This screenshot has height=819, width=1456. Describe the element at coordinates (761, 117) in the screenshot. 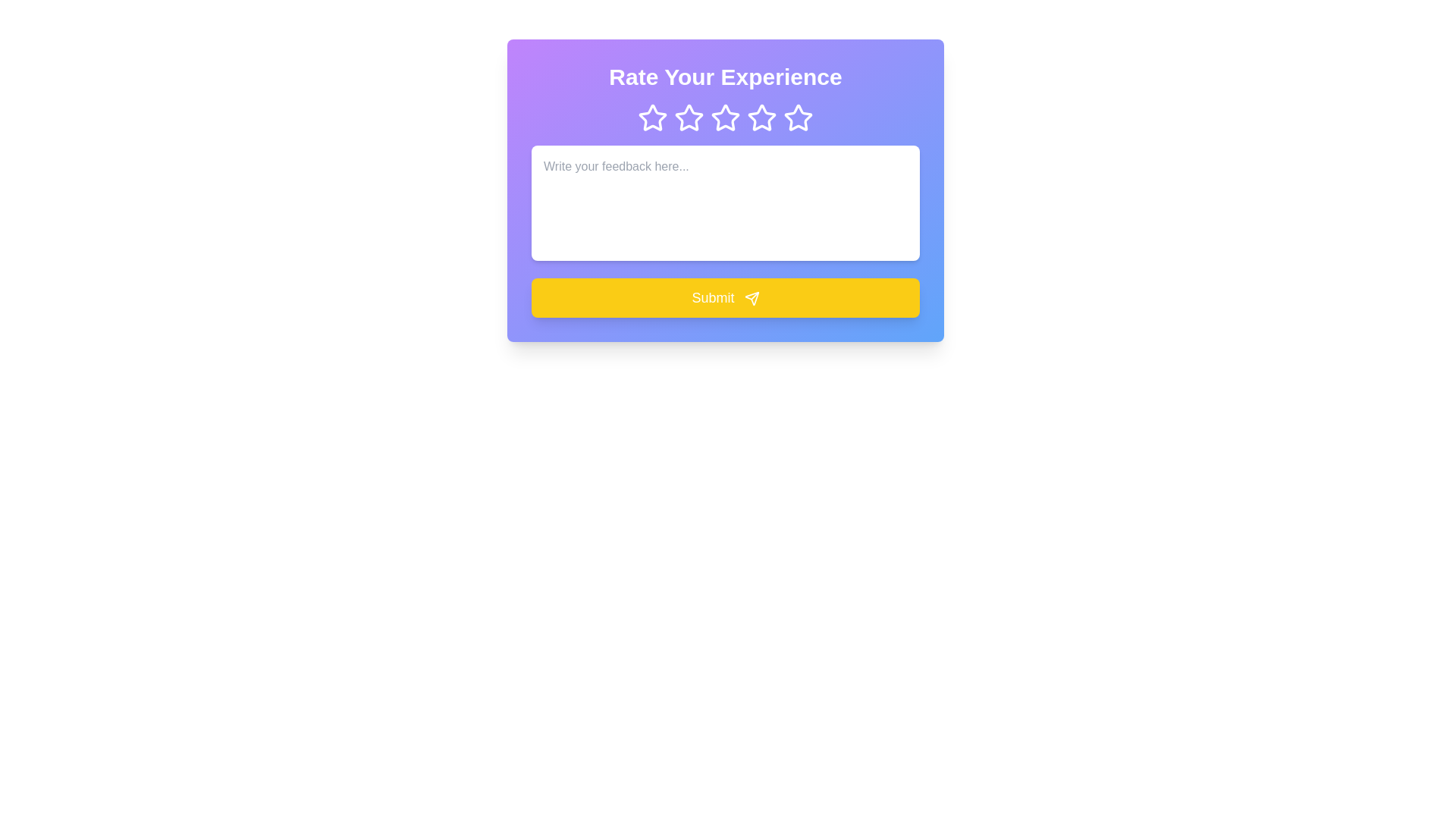

I see `the fourth star icon in a row of five stars on the feedback card` at that location.